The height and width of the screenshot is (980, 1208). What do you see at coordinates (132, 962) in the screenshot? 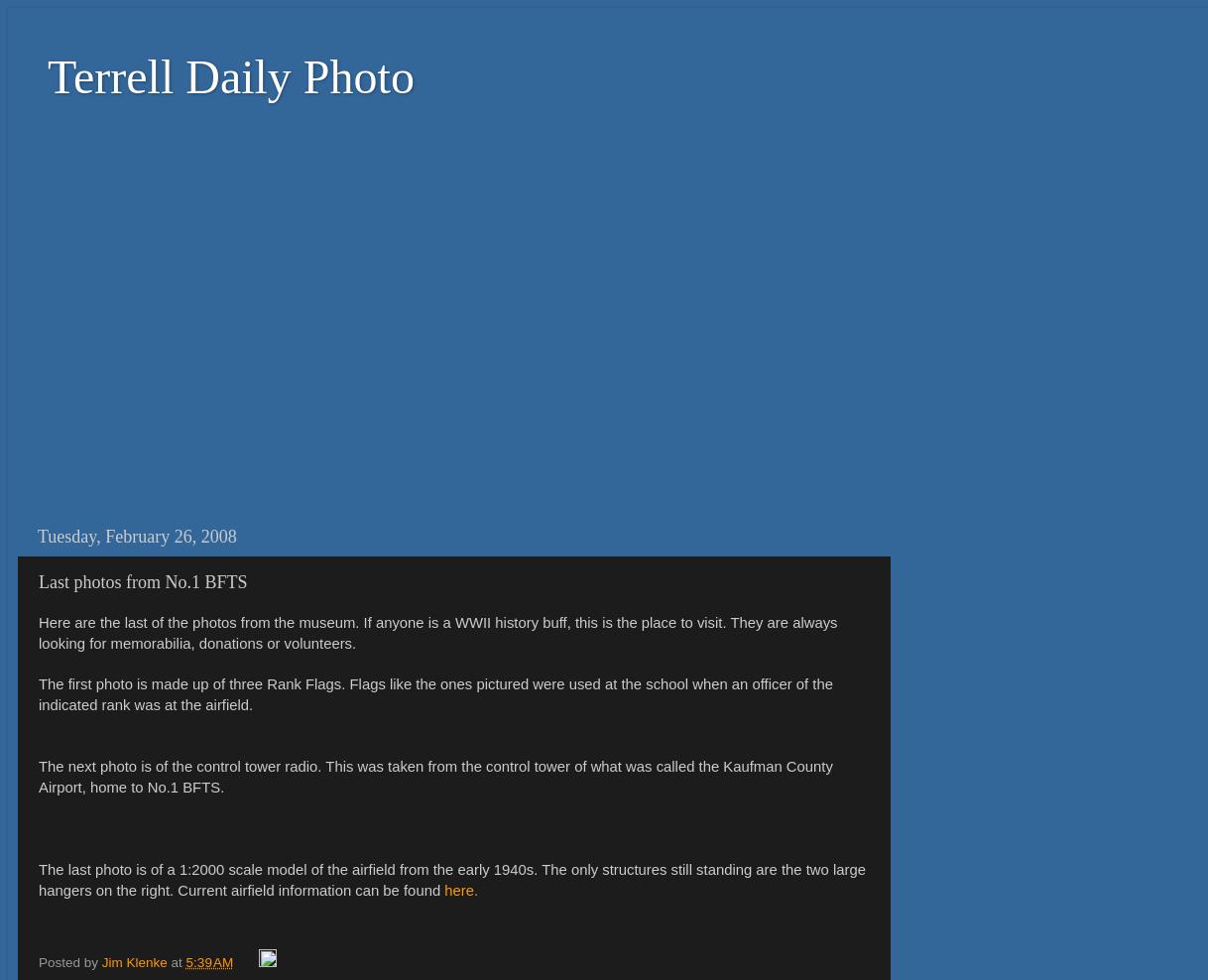
I see `'Jim Klenke'` at bounding box center [132, 962].